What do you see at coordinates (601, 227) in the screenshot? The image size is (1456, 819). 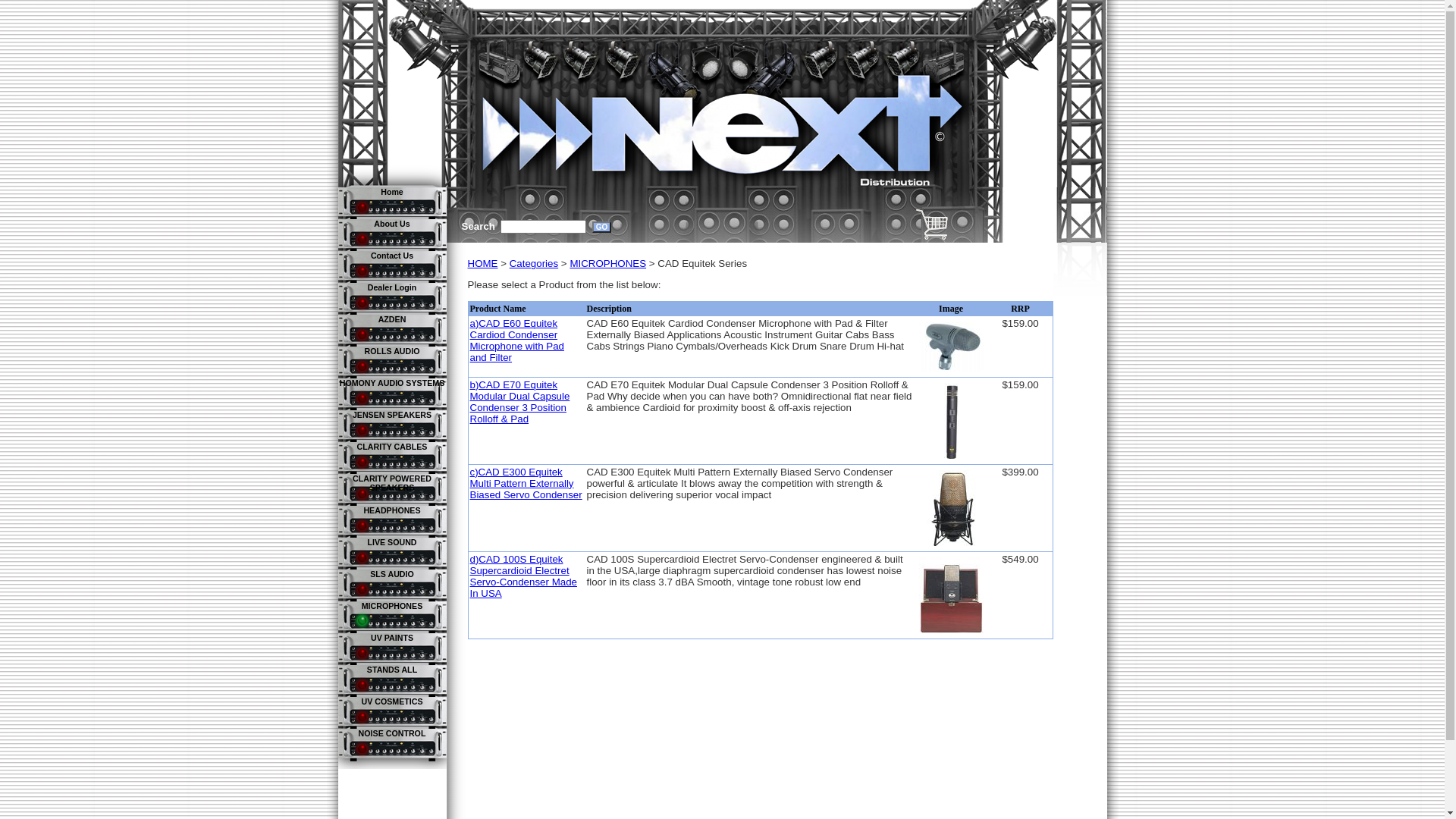 I see `'GO'` at bounding box center [601, 227].